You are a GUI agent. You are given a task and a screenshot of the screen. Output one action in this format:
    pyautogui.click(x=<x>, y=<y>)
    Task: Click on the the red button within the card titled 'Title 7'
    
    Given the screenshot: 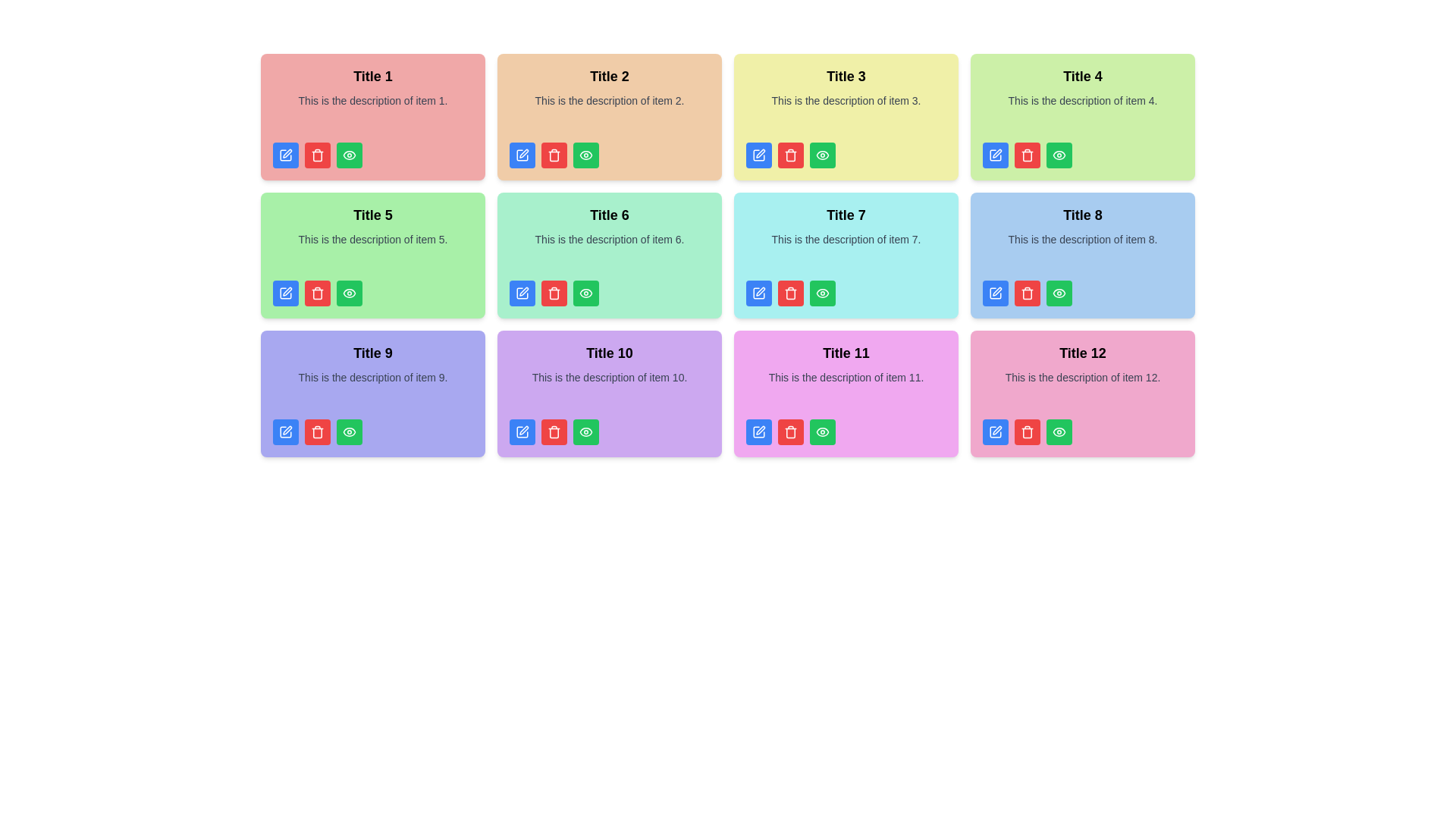 What is the action you would take?
    pyautogui.click(x=846, y=253)
    